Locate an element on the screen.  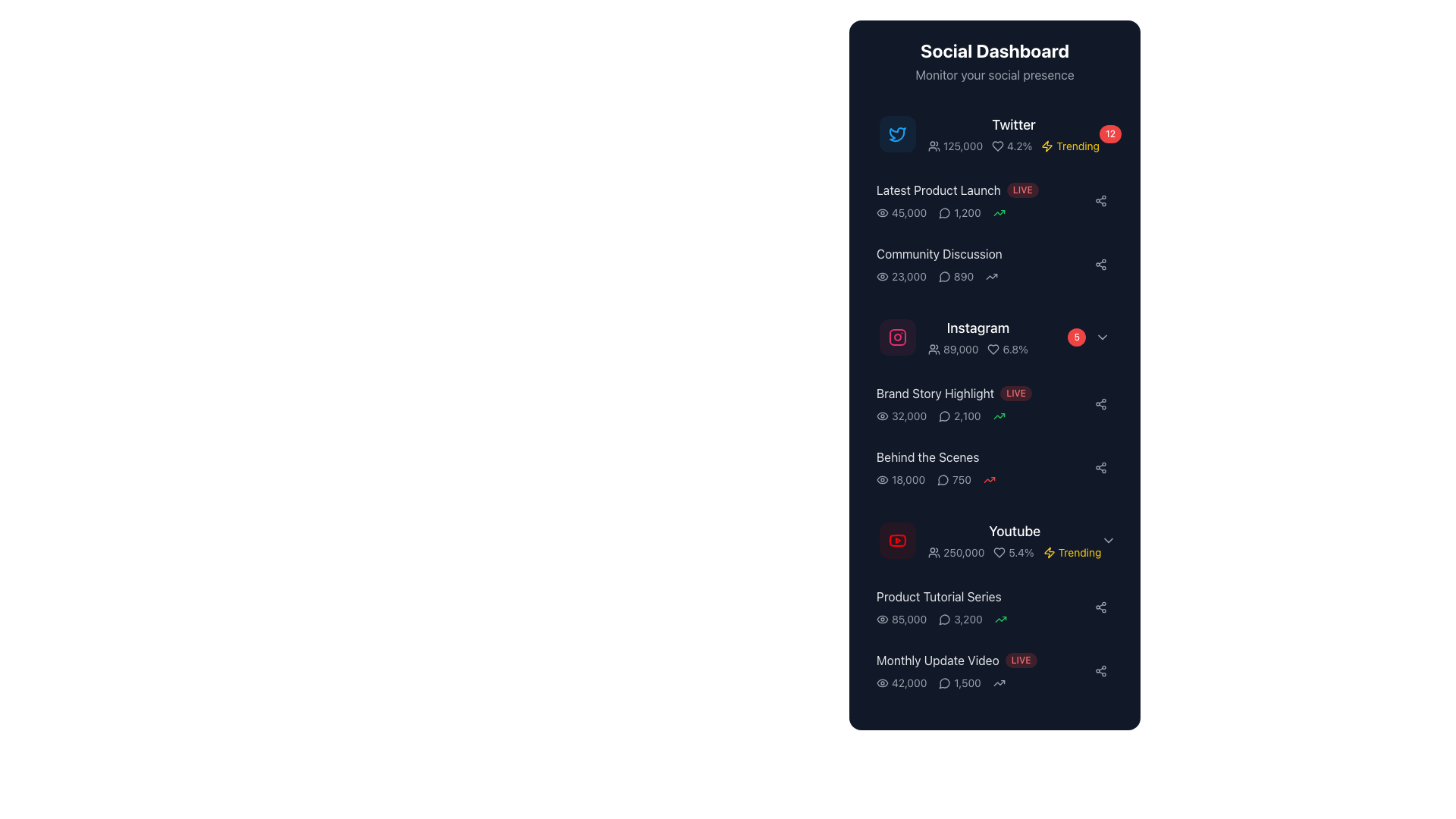
the small circular speech bubble icon with a light gray outline located to the left of the text '1,200' in the 'Latest Product Launch' section of the 'Social Dashboard' is located at coordinates (944, 213).